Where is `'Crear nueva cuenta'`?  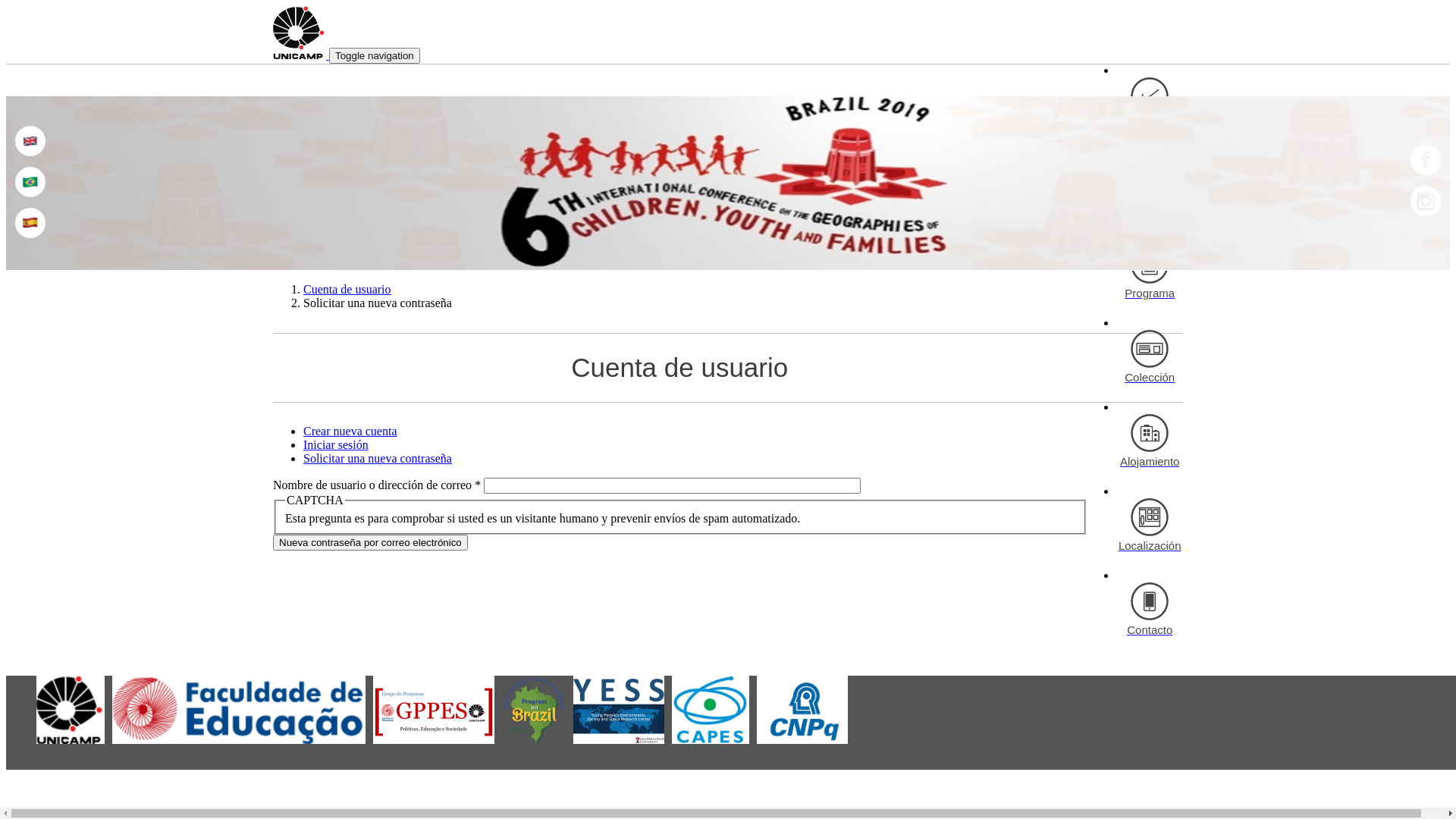
'Crear nueva cuenta' is located at coordinates (349, 431).